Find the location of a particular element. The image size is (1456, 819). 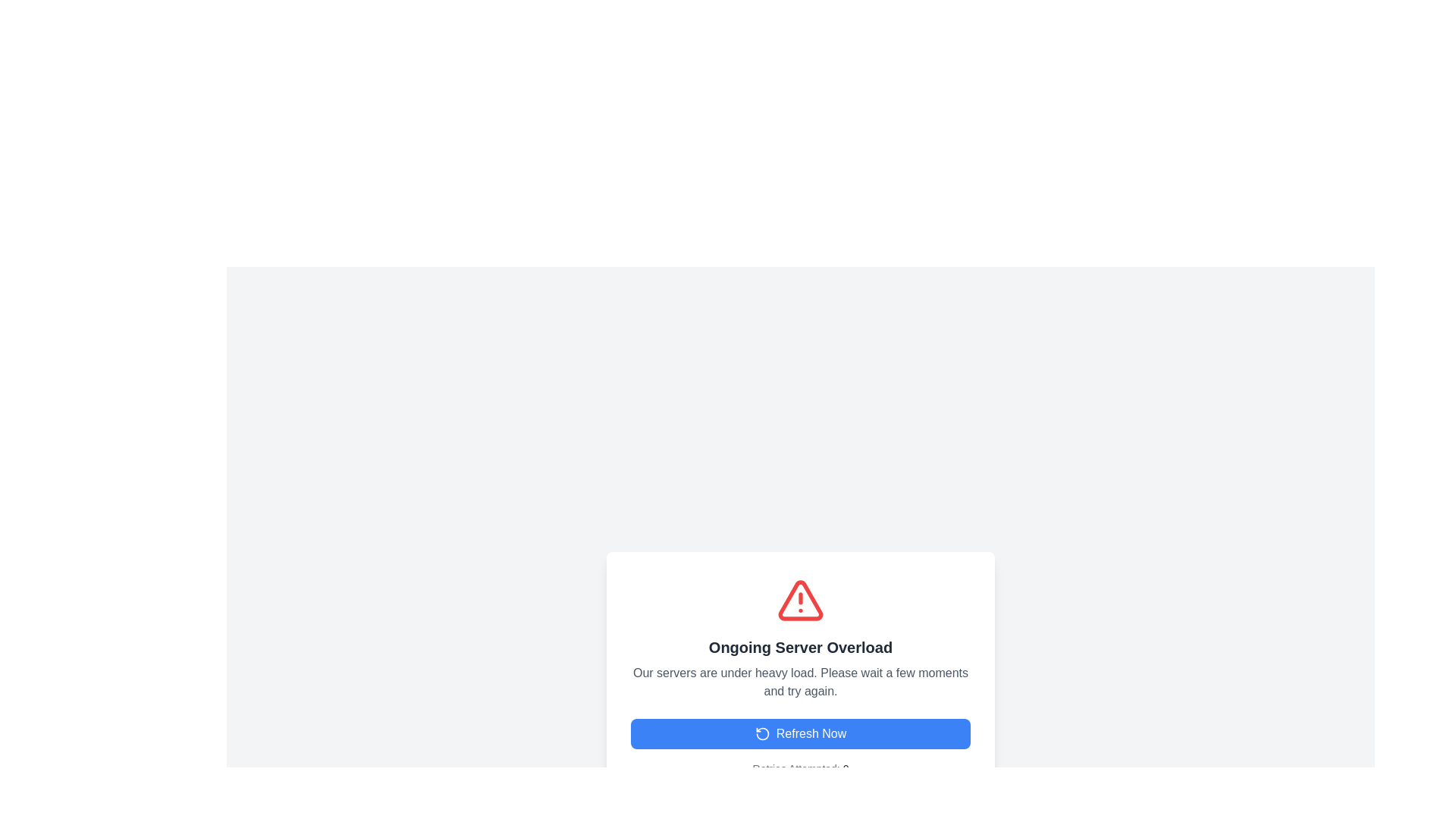

the informational text label that requests users to wait during high server load situations, located below the 'Ongoing Server Overload' title and above the 'Refresh Now' button is located at coordinates (800, 681).